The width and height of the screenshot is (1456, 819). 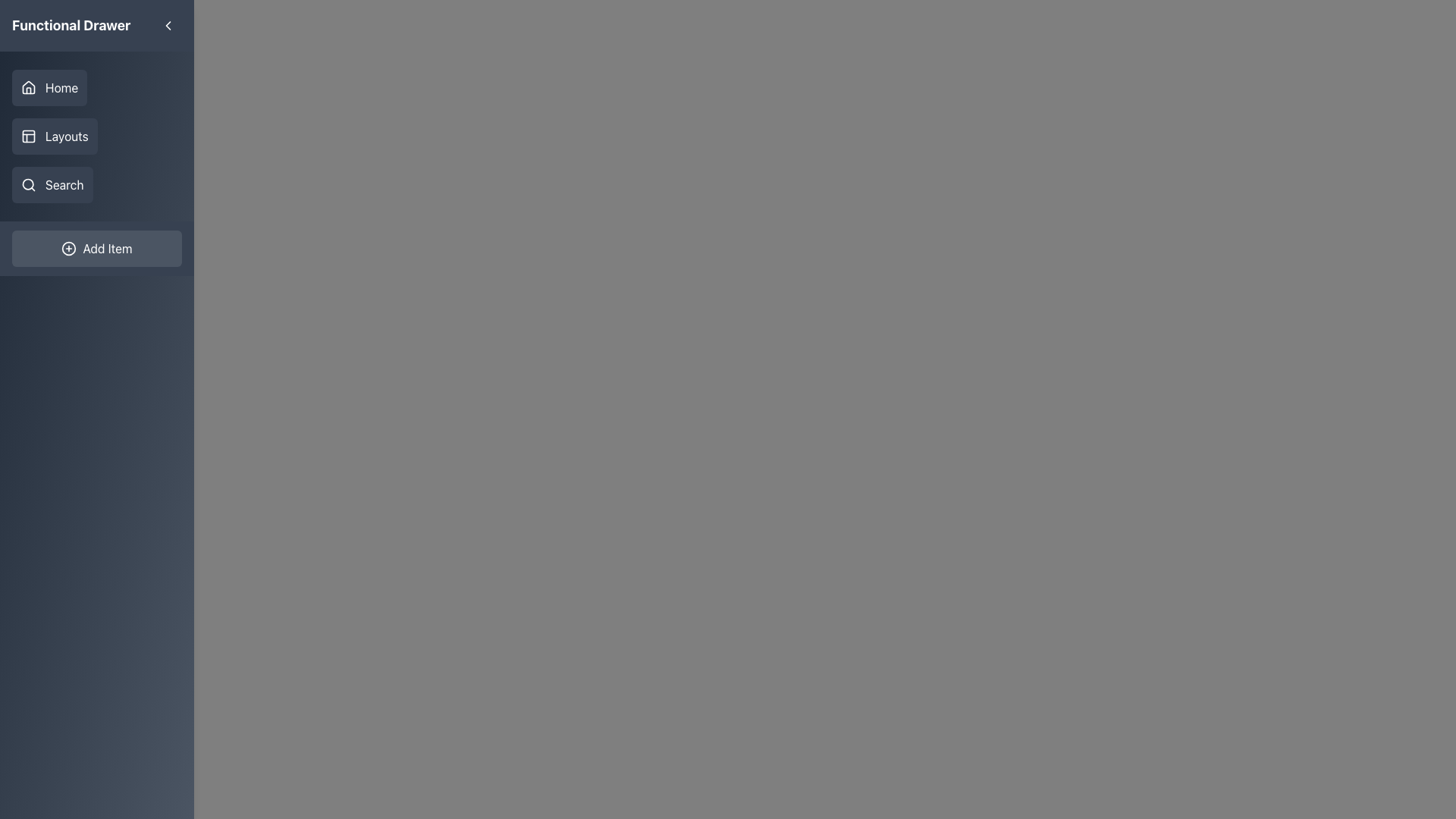 What do you see at coordinates (68, 247) in the screenshot?
I see `the SVG Circle that visually enhances the 'Add Item' button in the sidebar menu` at bounding box center [68, 247].